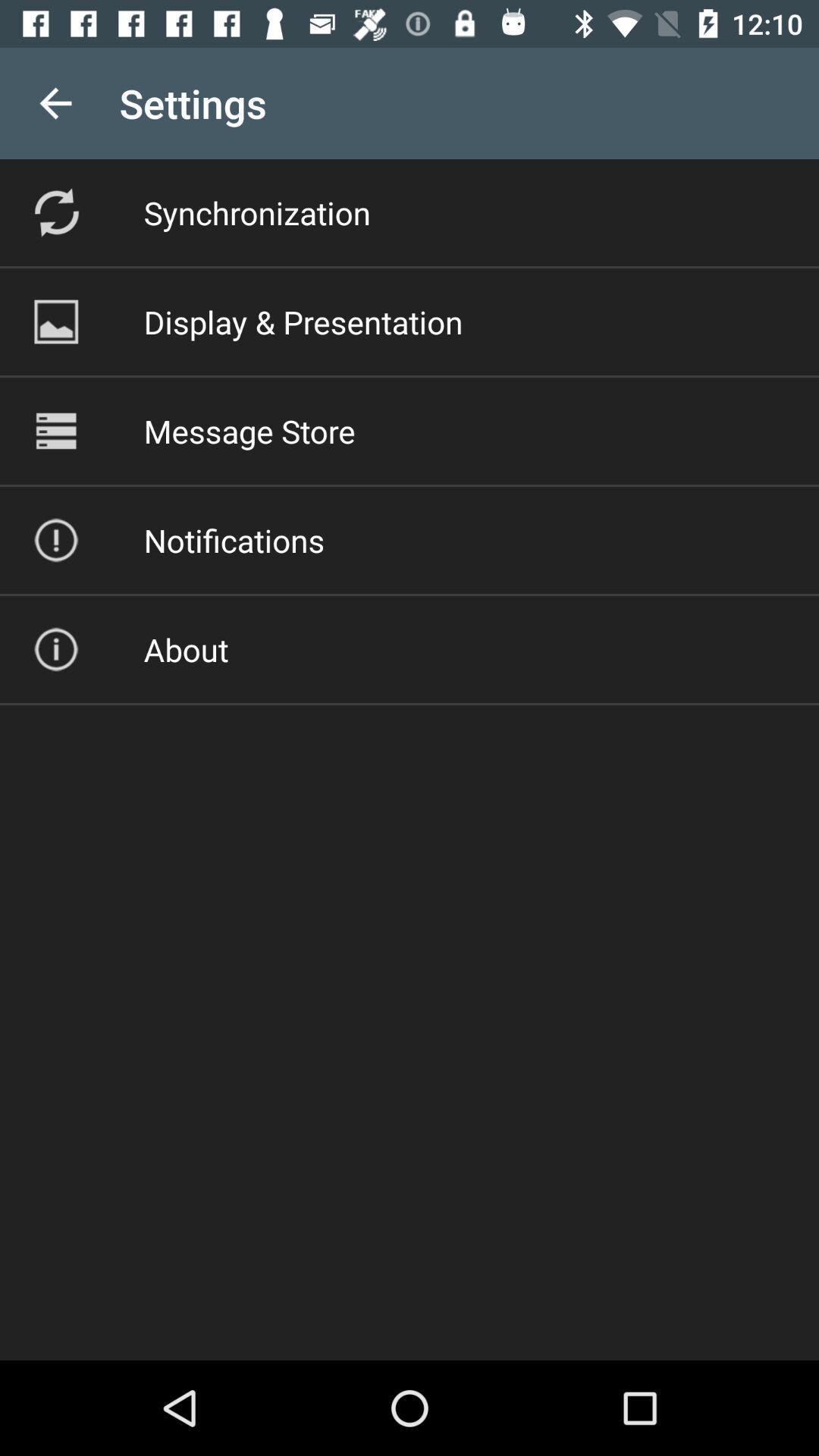 The width and height of the screenshot is (819, 1456). What do you see at coordinates (55, 102) in the screenshot?
I see `item to the left of the settings app` at bounding box center [55, 102].